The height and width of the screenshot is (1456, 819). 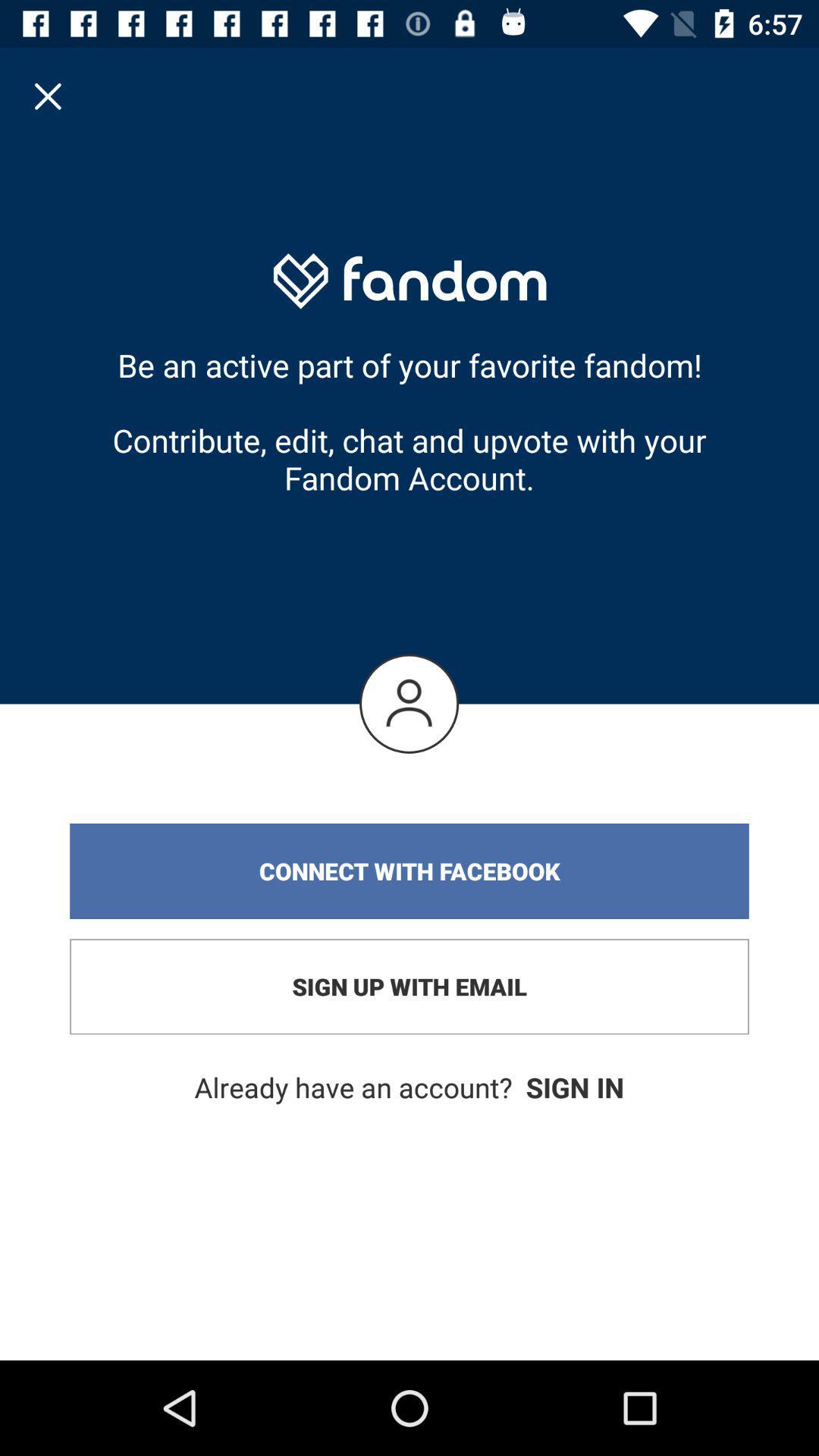 I want to click on item above the sign up with icon, so click(x=409, y=871).